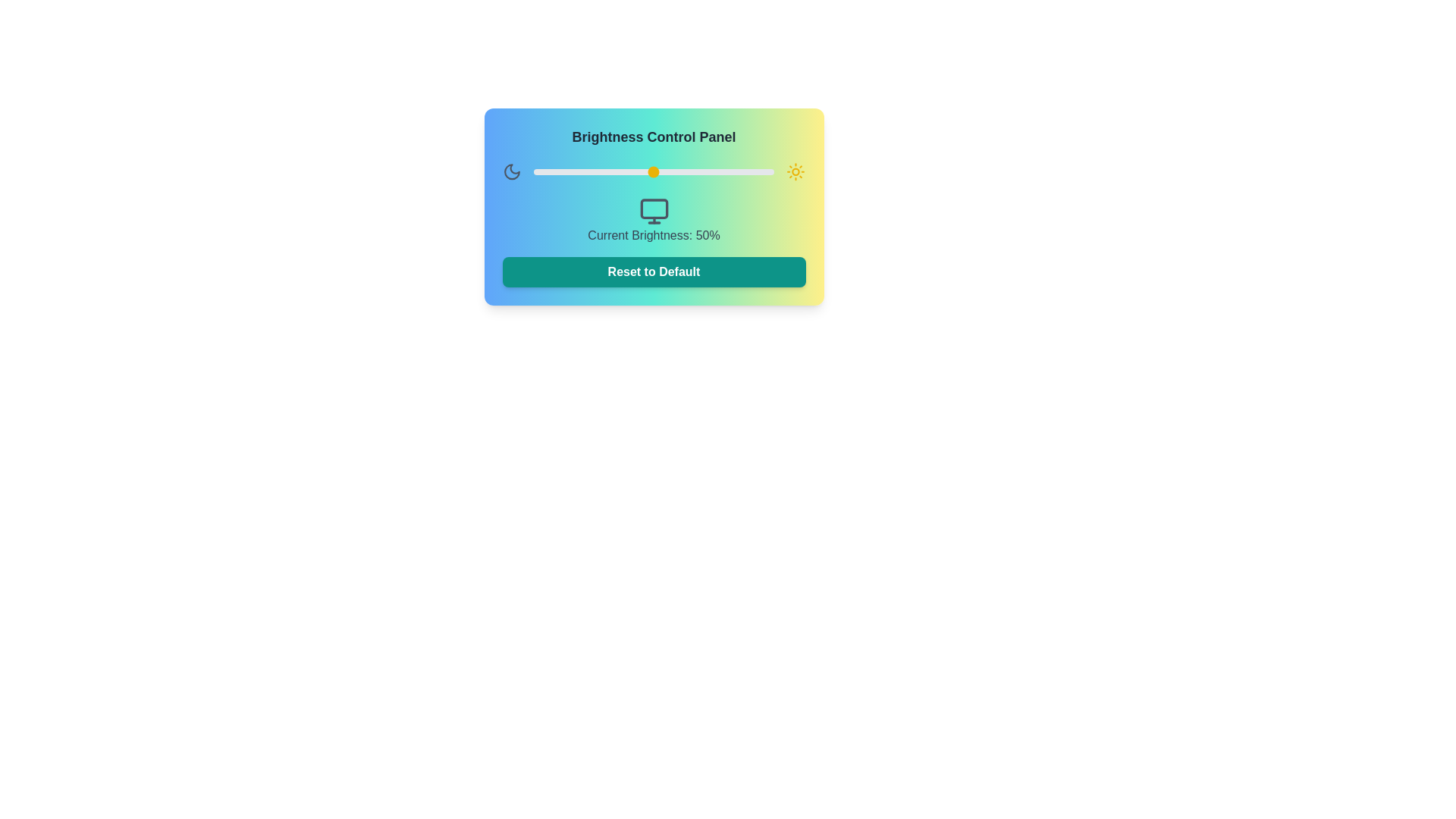 The width and height of the screenshot is (1456, 819). Describe the element at coordinates (623, 171) in the screenshot. I see `the brightness level` at that location.